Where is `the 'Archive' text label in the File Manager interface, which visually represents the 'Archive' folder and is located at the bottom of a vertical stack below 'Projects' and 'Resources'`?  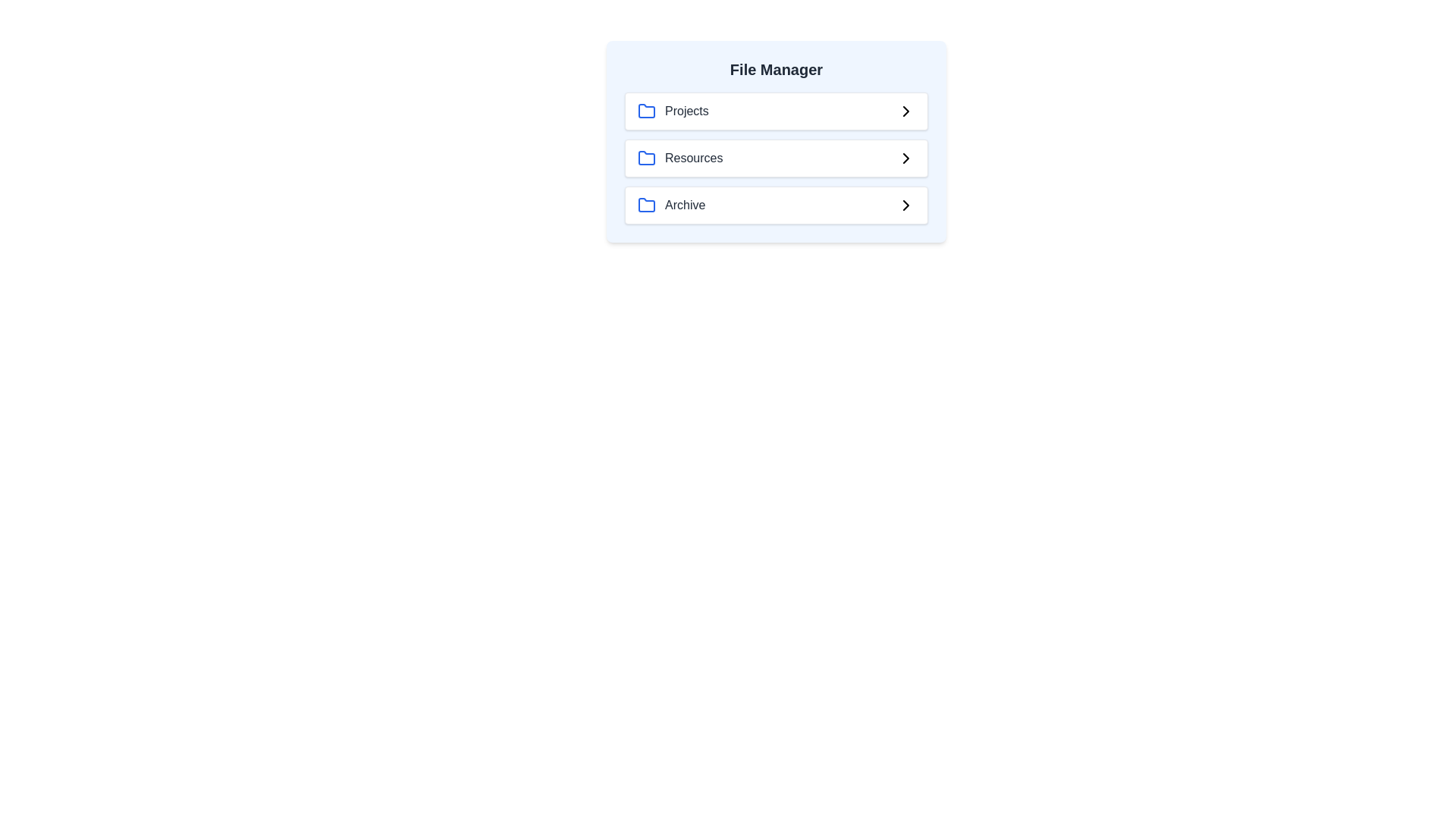 the 'Archive' text label in the File Manager interface, which visually represents the 'Archive' folder and is located at the bottom of a vertical stack below 'Projects' and 'Resources' is located at coordinates (684, 205).